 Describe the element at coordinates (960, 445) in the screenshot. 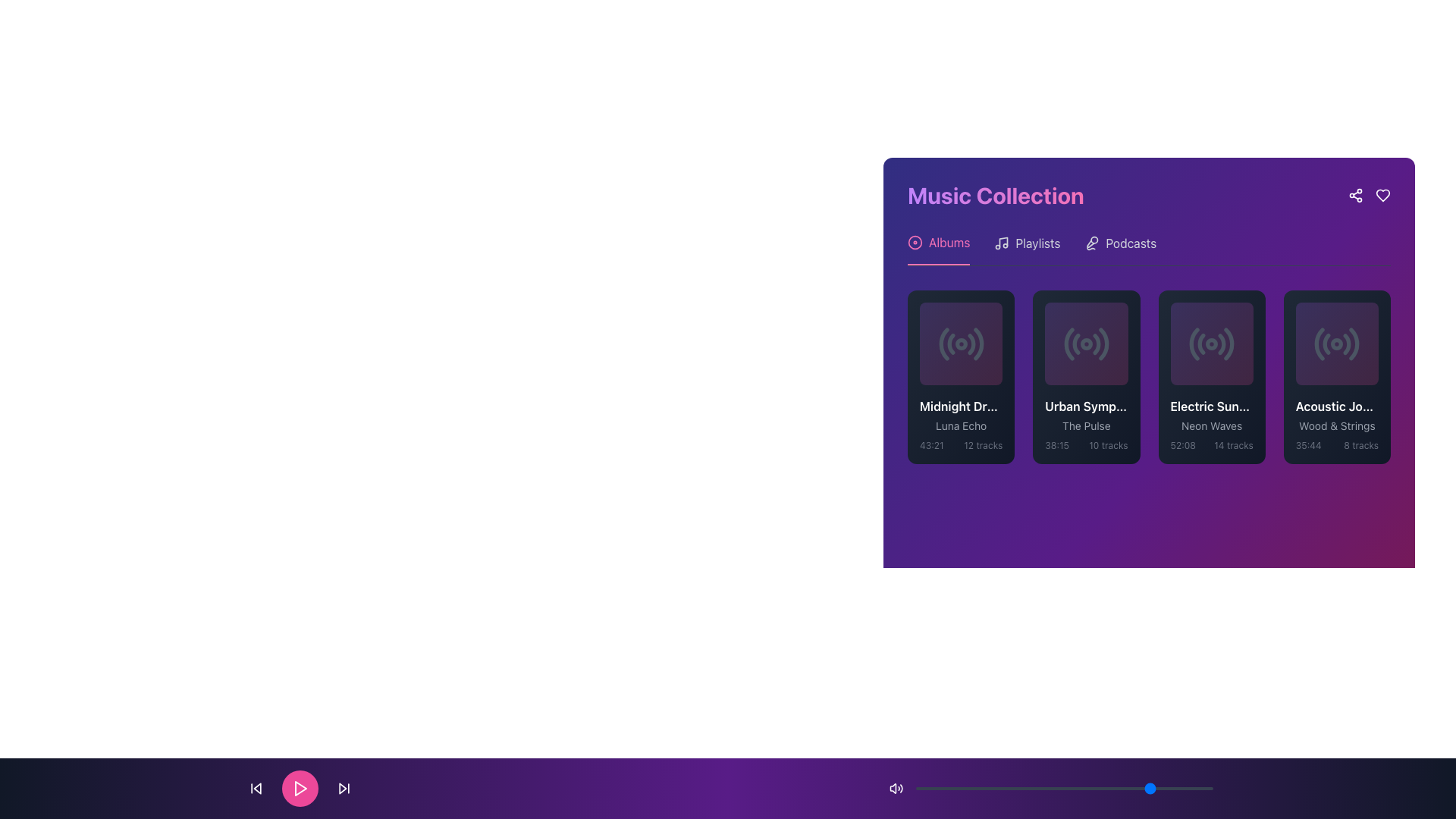

I see `metadata displayed in the text segment showing '43:21' and '12 tracks' within the card labeled 'Midnight Dreams' and 'Luna Echo'` at that location.